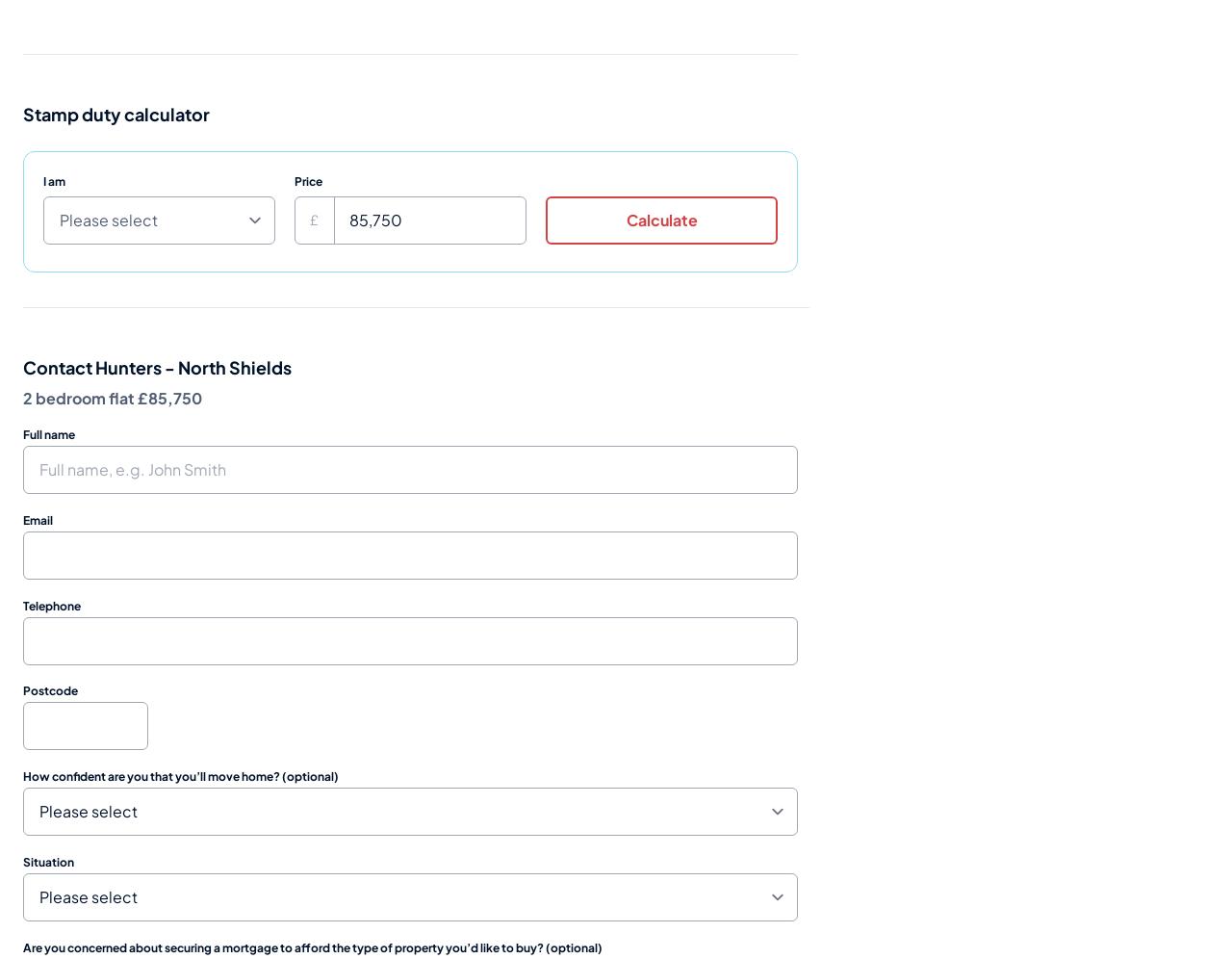 This screenshot has width=1232, height=959. I want to click on 'Are you concerned about securing a mortgage to afford the type of property you’d like to buy? (optional)', so click(312, 946).